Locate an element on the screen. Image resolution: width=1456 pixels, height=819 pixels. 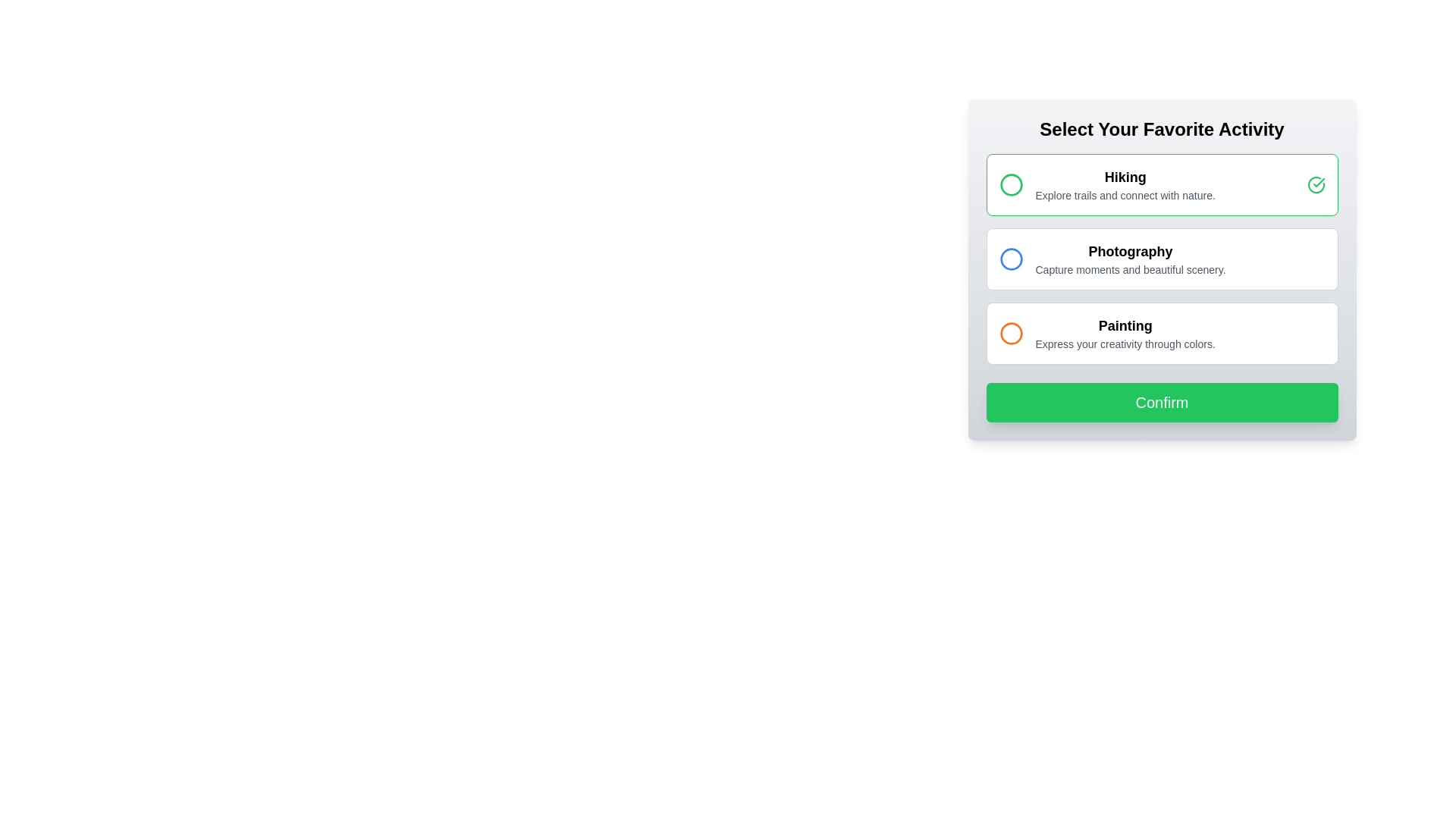
the green circular icon which is part of the Hiking option's check mark symbol, located within a green-bordered selection box is located at coordinates (1315, 184).